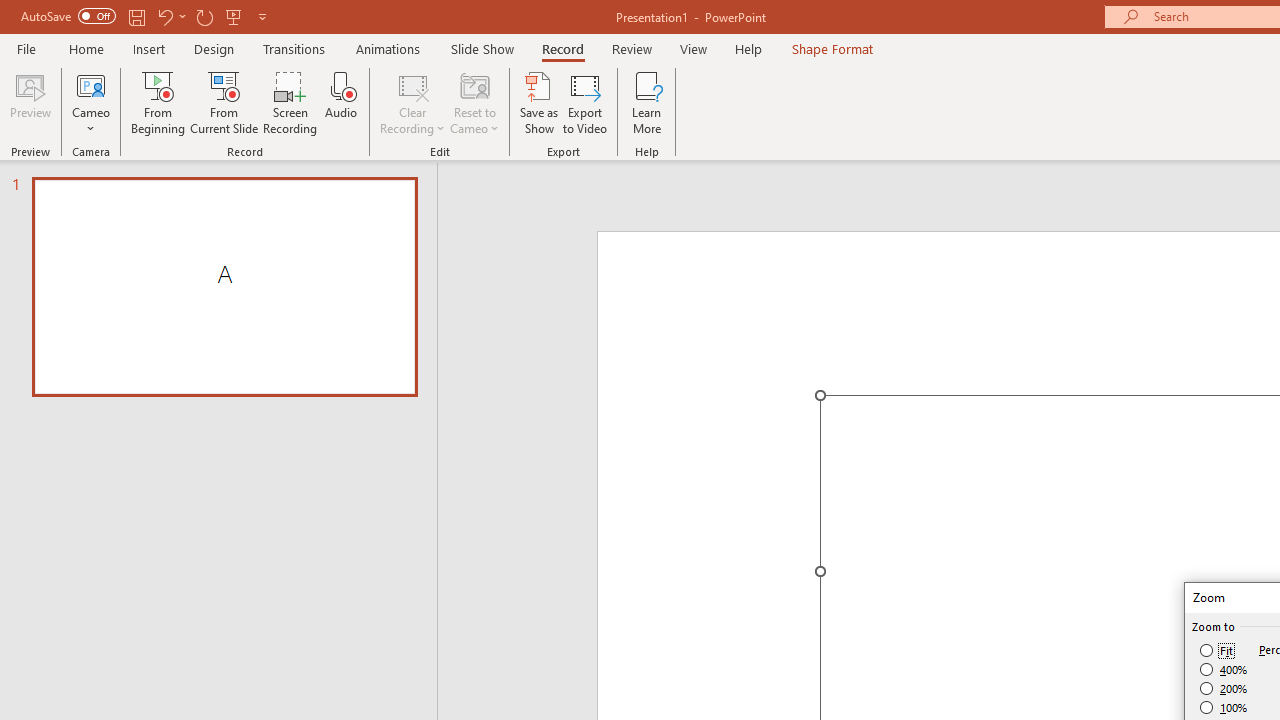 This screenshot has width=1280, height=720. Describe the element at coordinates (289, 103) in the screenshot. I see `'Screen Recording'` at that location.